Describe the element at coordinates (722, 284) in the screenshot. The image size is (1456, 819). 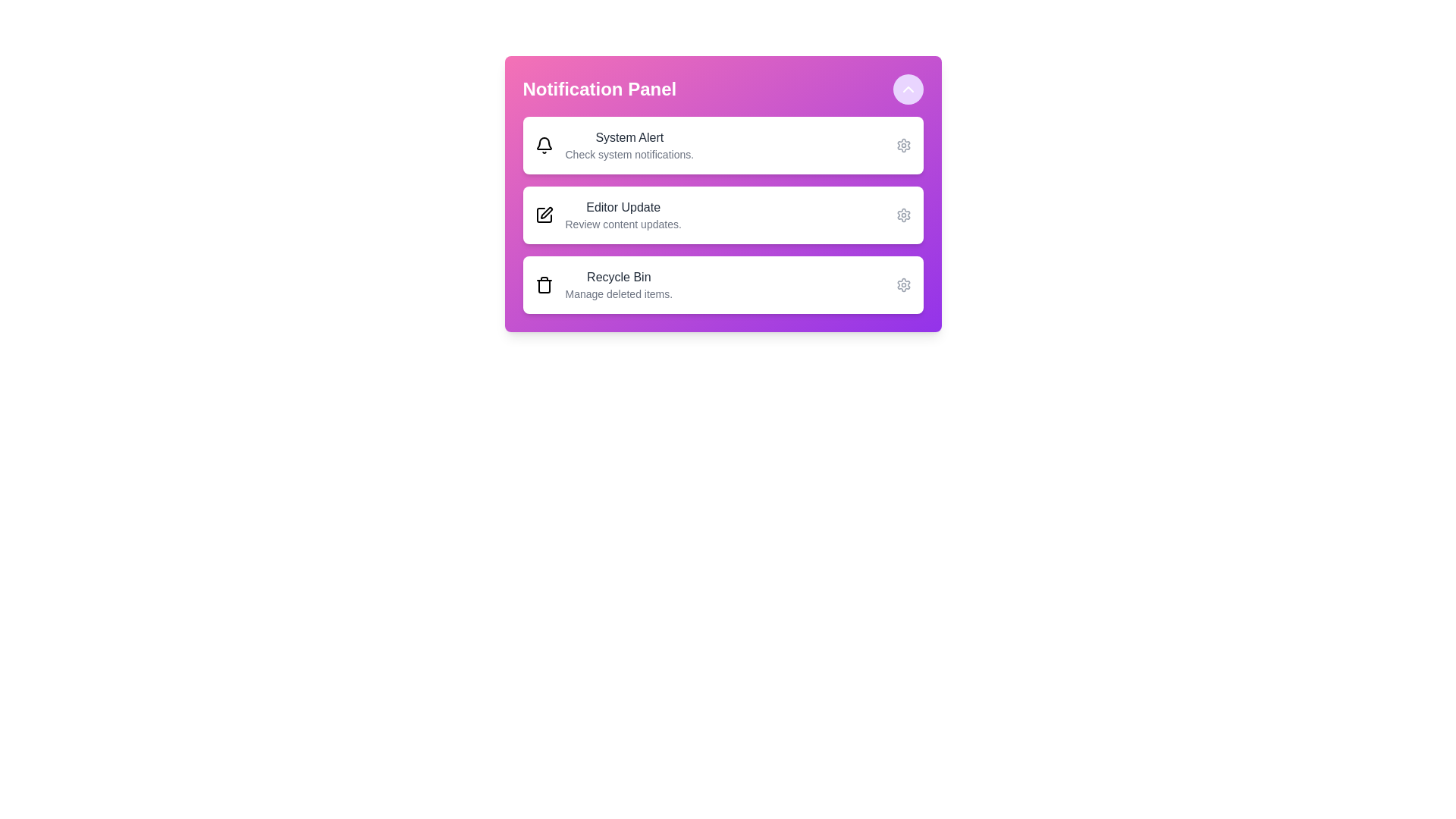
I see `the notification item Recycle Bin to observe the hover effect` at that location.